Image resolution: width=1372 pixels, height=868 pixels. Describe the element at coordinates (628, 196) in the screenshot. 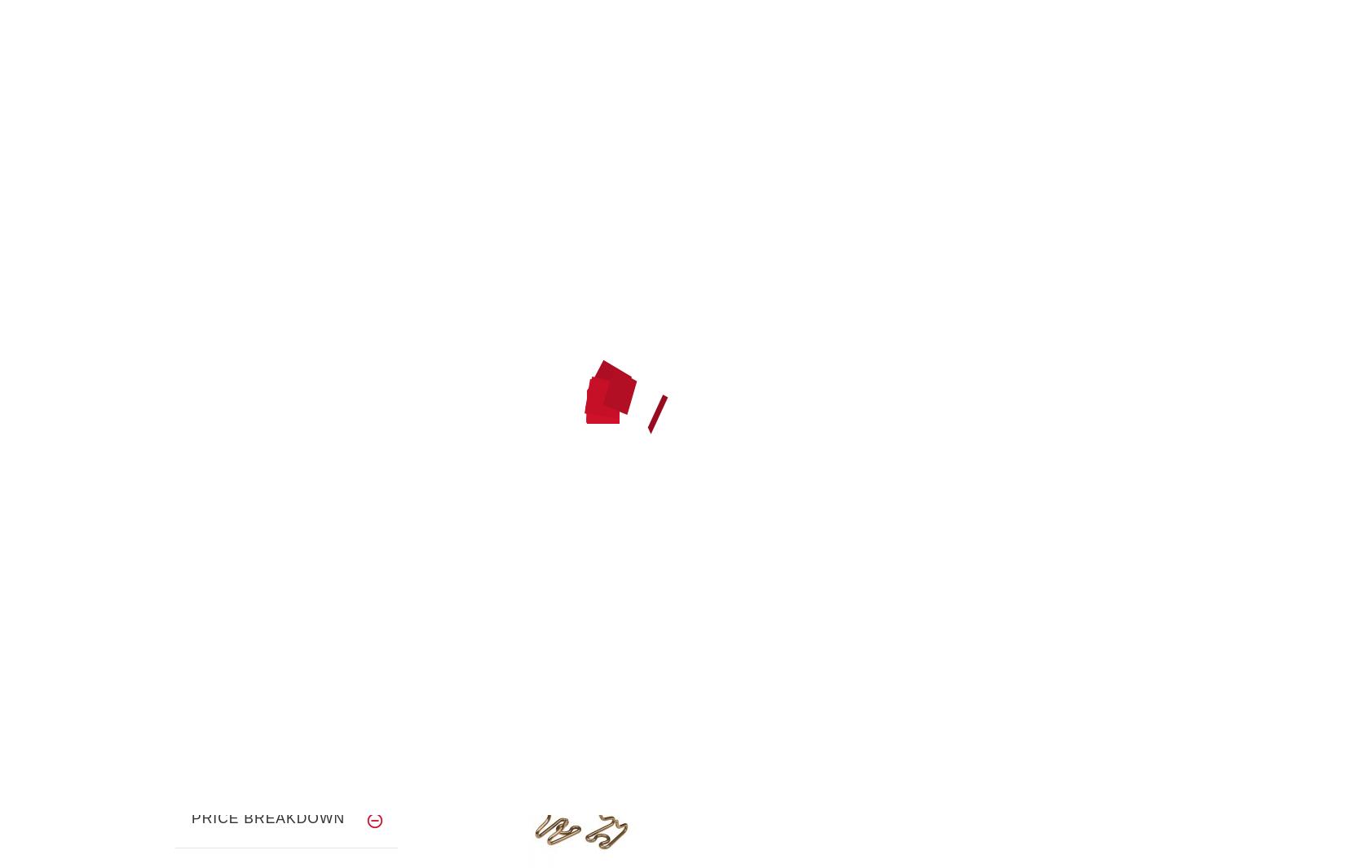

I see `'Extra Links'` at that location.